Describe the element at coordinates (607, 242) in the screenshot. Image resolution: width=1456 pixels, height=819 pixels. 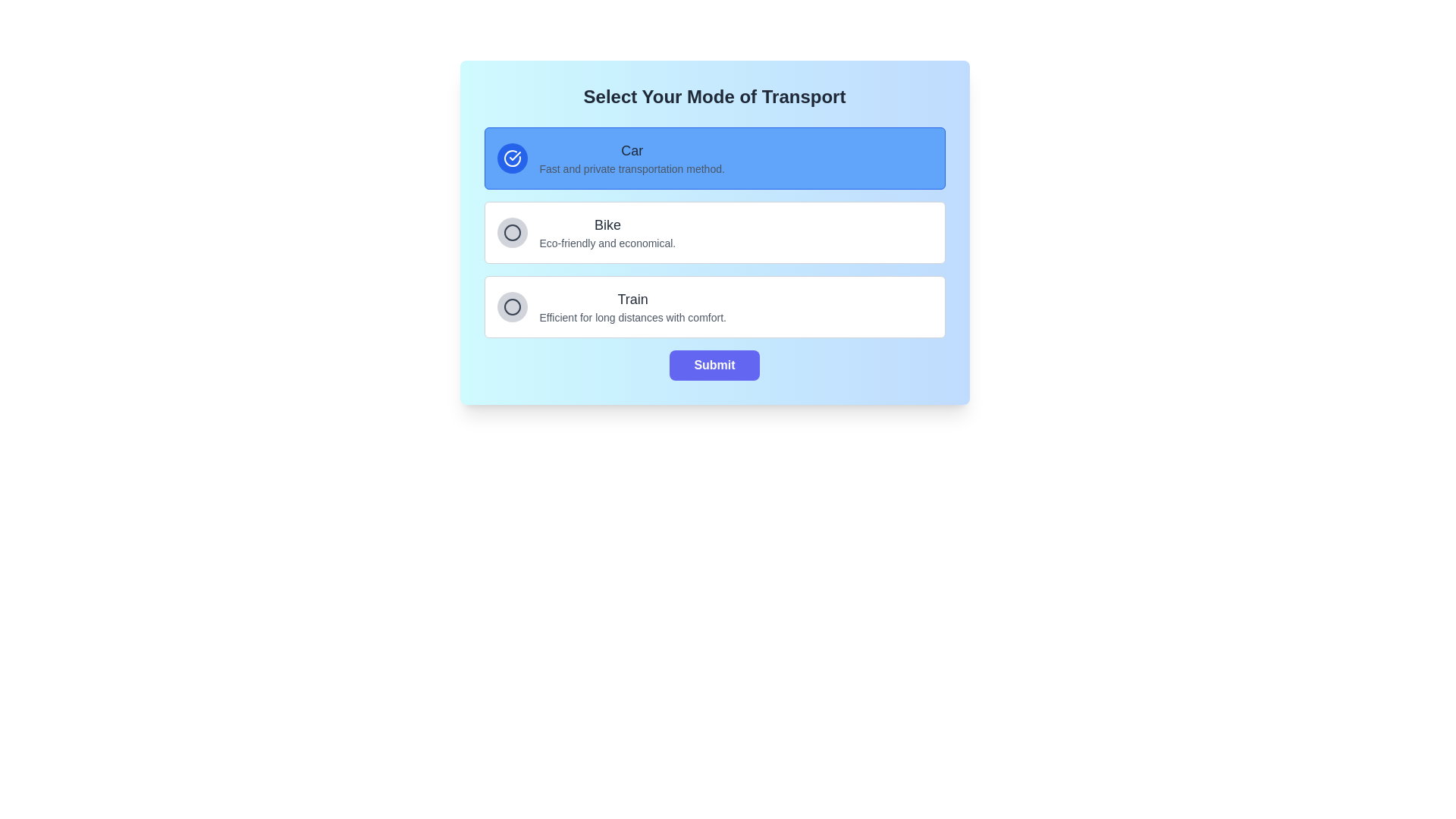
I see `the static text element that provides information about the 'Bike' option in the selection menu, located directly under the text 'Bike.'` at that location.